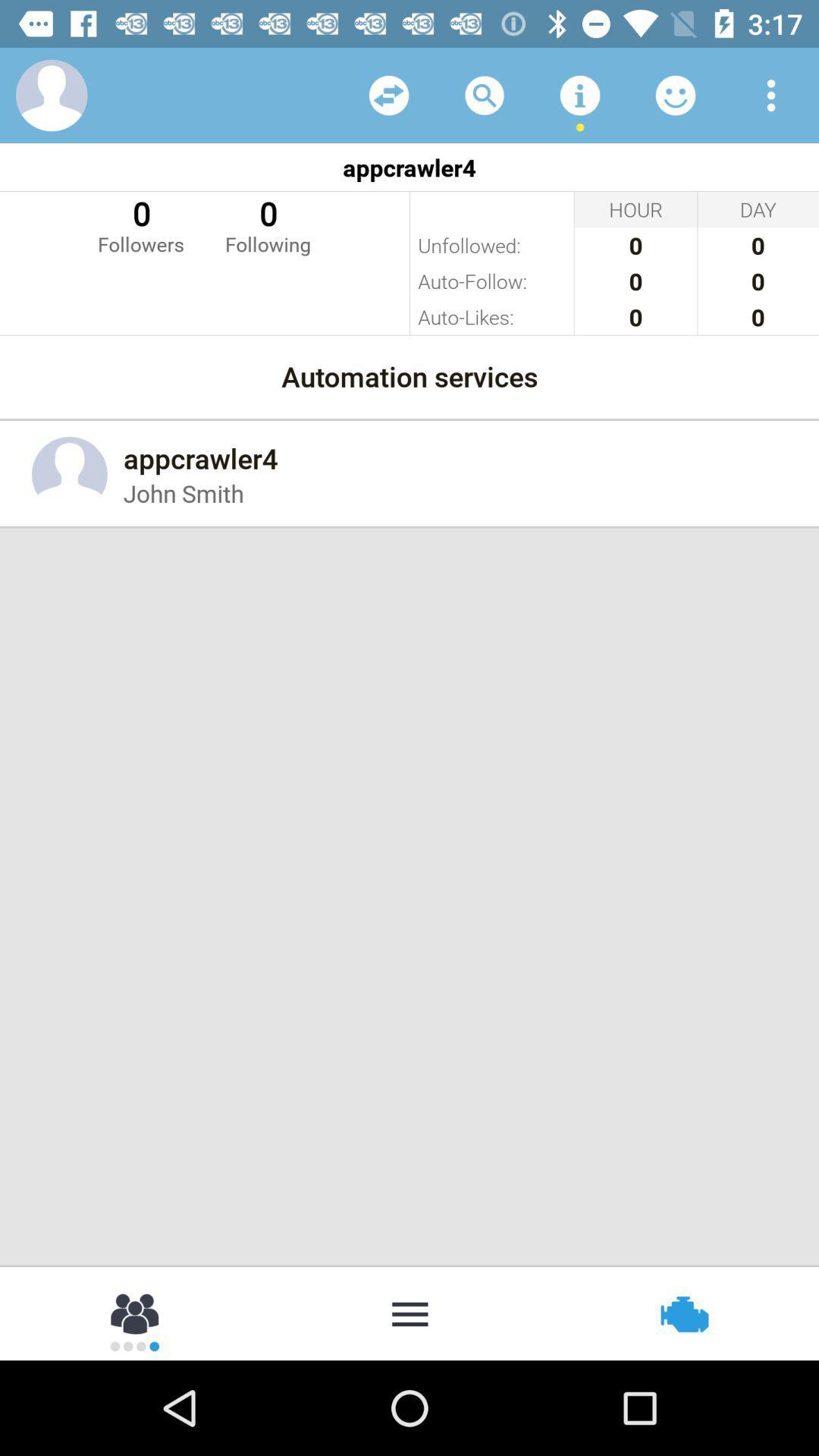 This screenshot has width=819, height=1456. What do you see at coordinates (388, 94) in the screenshot?
I see `etc` at bounding box center [388, 94].